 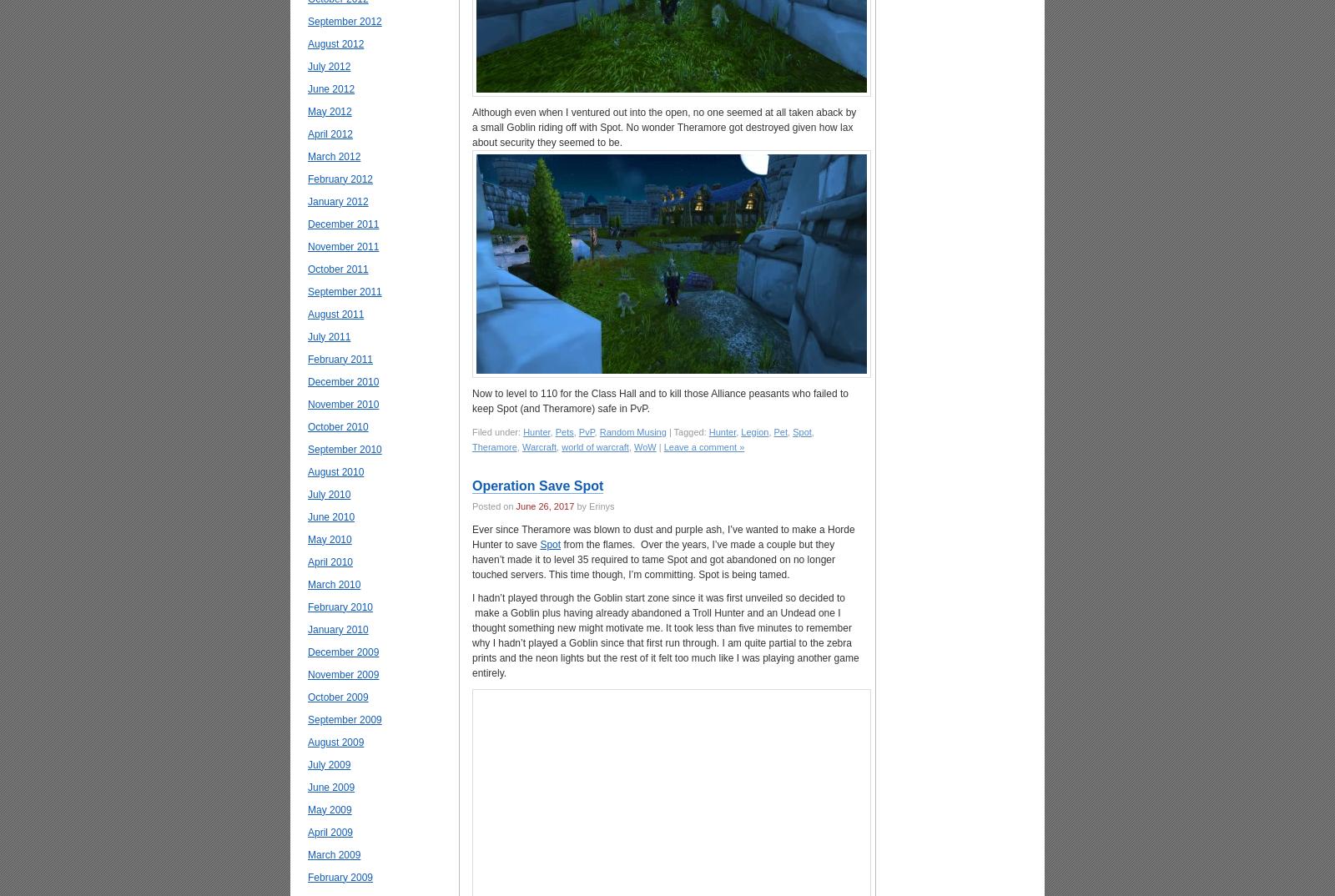 What do you see at coordinates (307, 404) in the screenshot?
I see `'November 2010'` at bounding box center [307, 404].